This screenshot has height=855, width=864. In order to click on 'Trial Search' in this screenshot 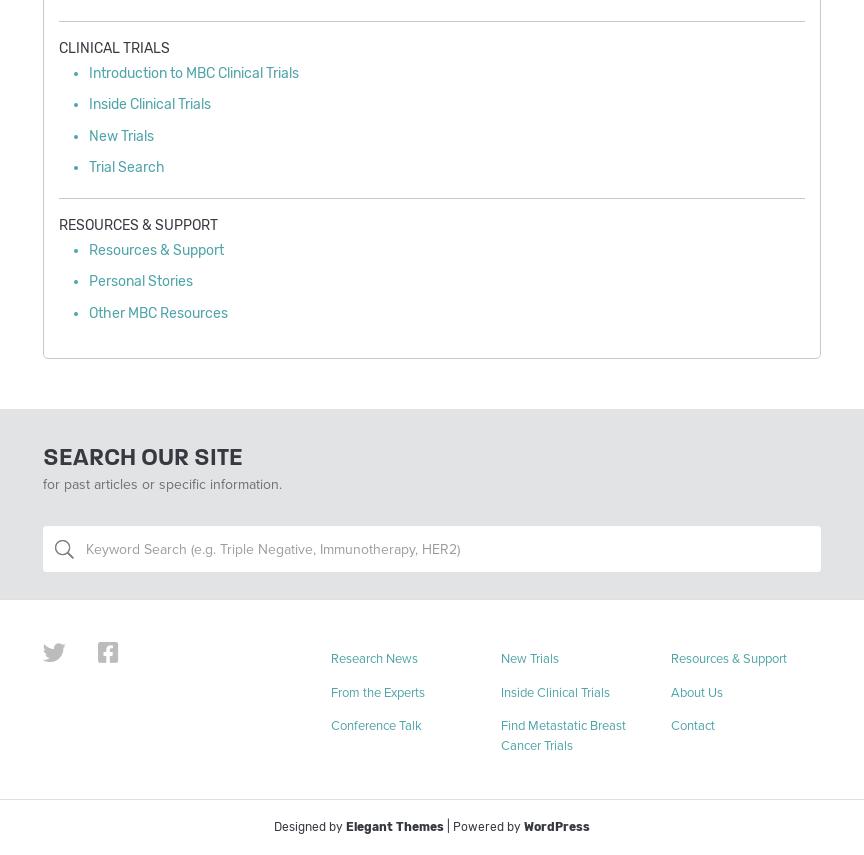, I will do `click(88, 166)`.